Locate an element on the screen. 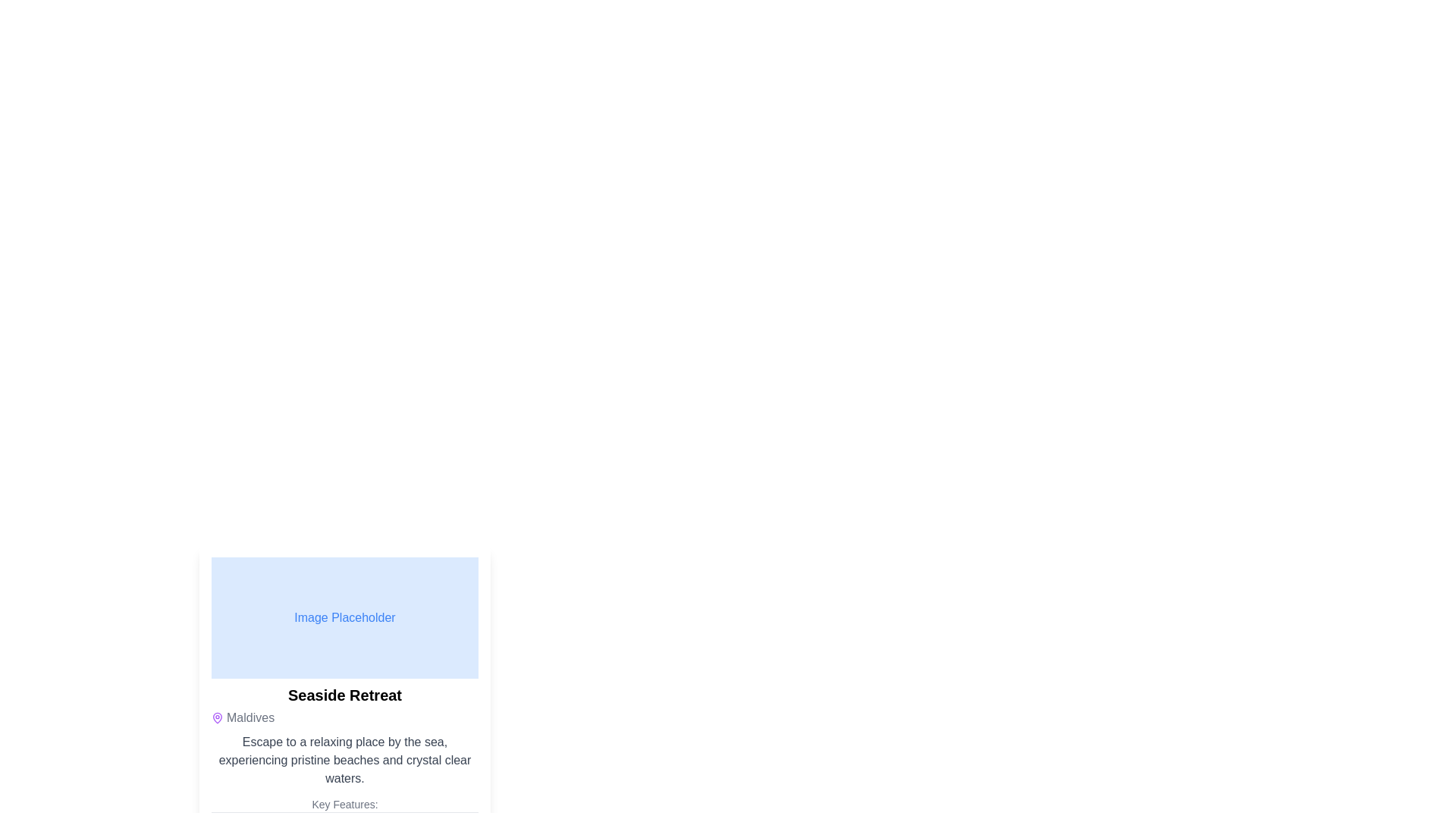 The height and width of the screenshot is (819, 1456). the text label that displays 'Seaside Retreat' in bold, larger font with a vibrant gradient color scheme, situated prominently within a card layout is located at coordinates (344, 695).